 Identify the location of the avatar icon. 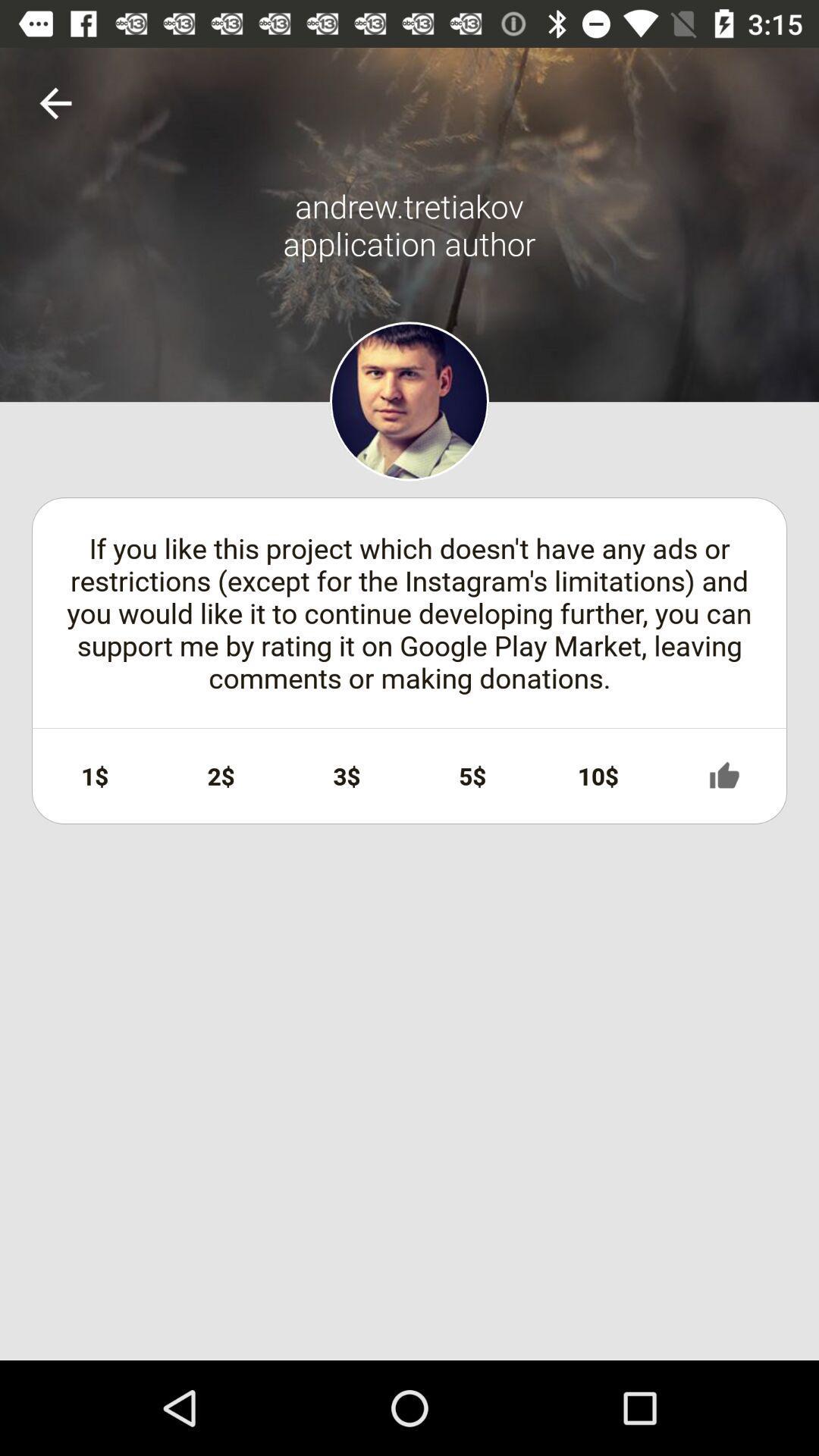
(409, 401).